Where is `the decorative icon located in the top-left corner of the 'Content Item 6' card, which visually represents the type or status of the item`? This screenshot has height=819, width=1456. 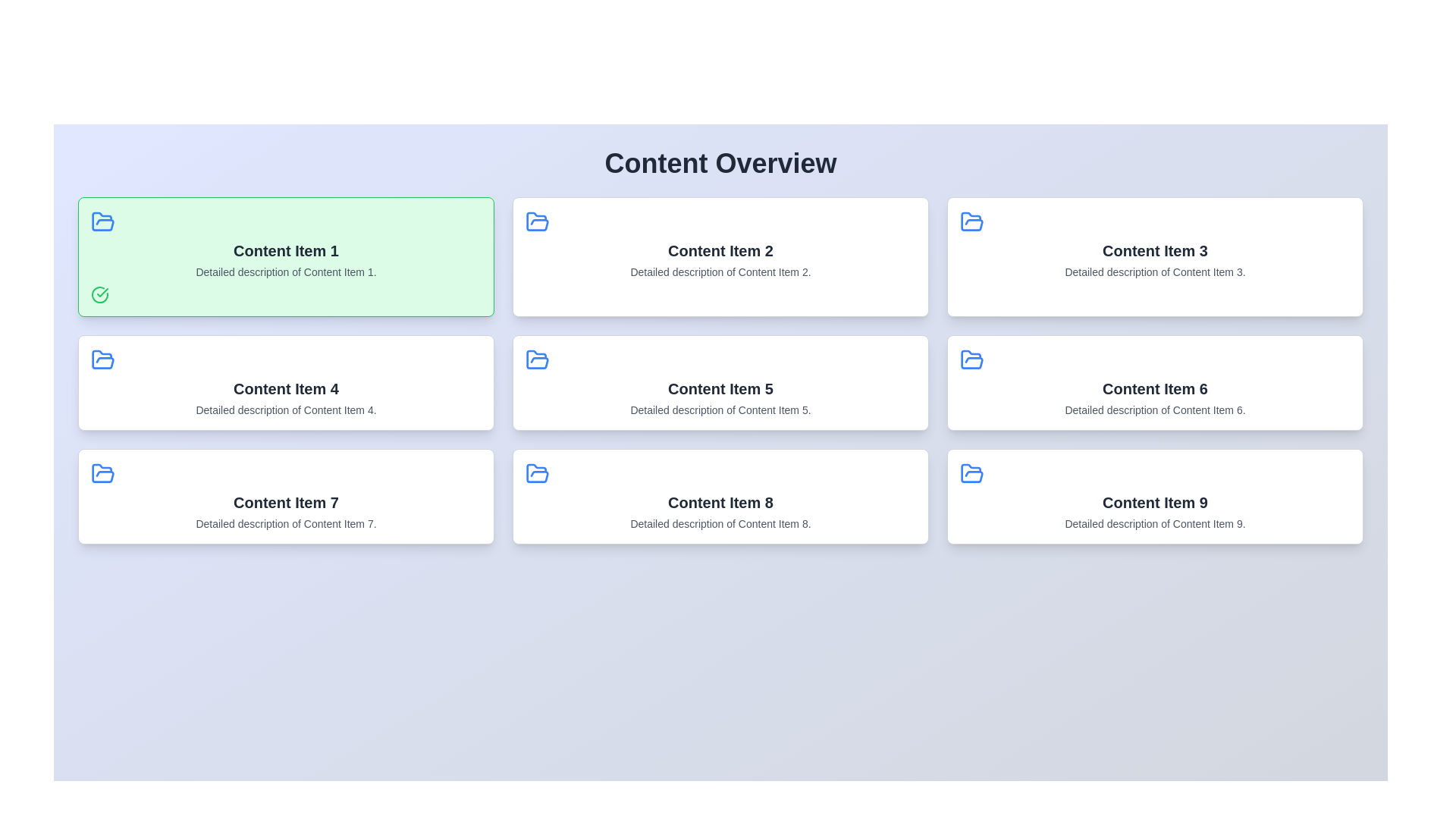 the decorative icon located in the top-left corner of the 'Content Item 6' card, which visually represents the type or status of the item is located at coordinates (971, 359).